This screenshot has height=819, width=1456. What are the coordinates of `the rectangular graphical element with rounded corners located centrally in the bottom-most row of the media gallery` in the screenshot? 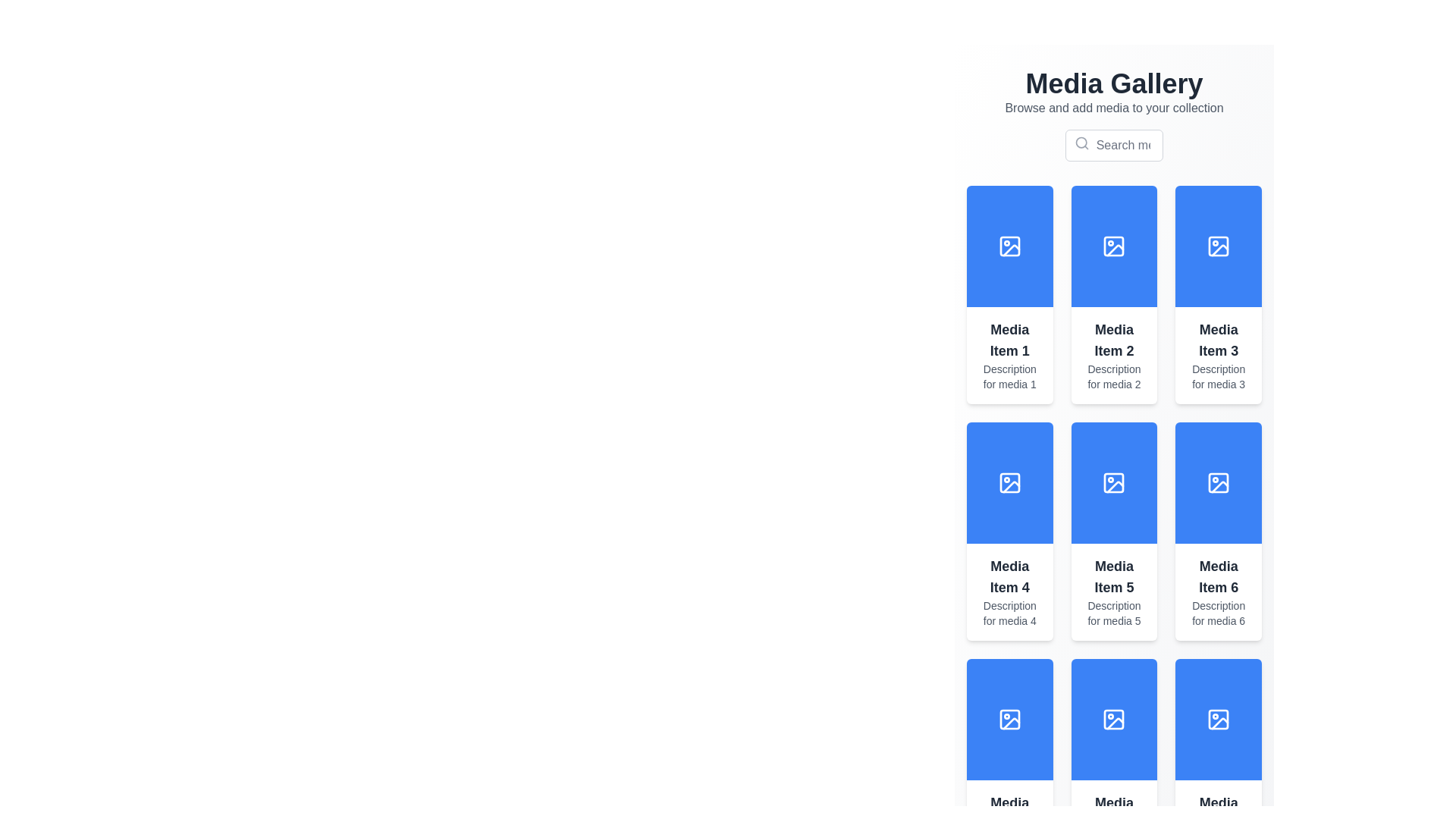 It's located at (1009, 718).